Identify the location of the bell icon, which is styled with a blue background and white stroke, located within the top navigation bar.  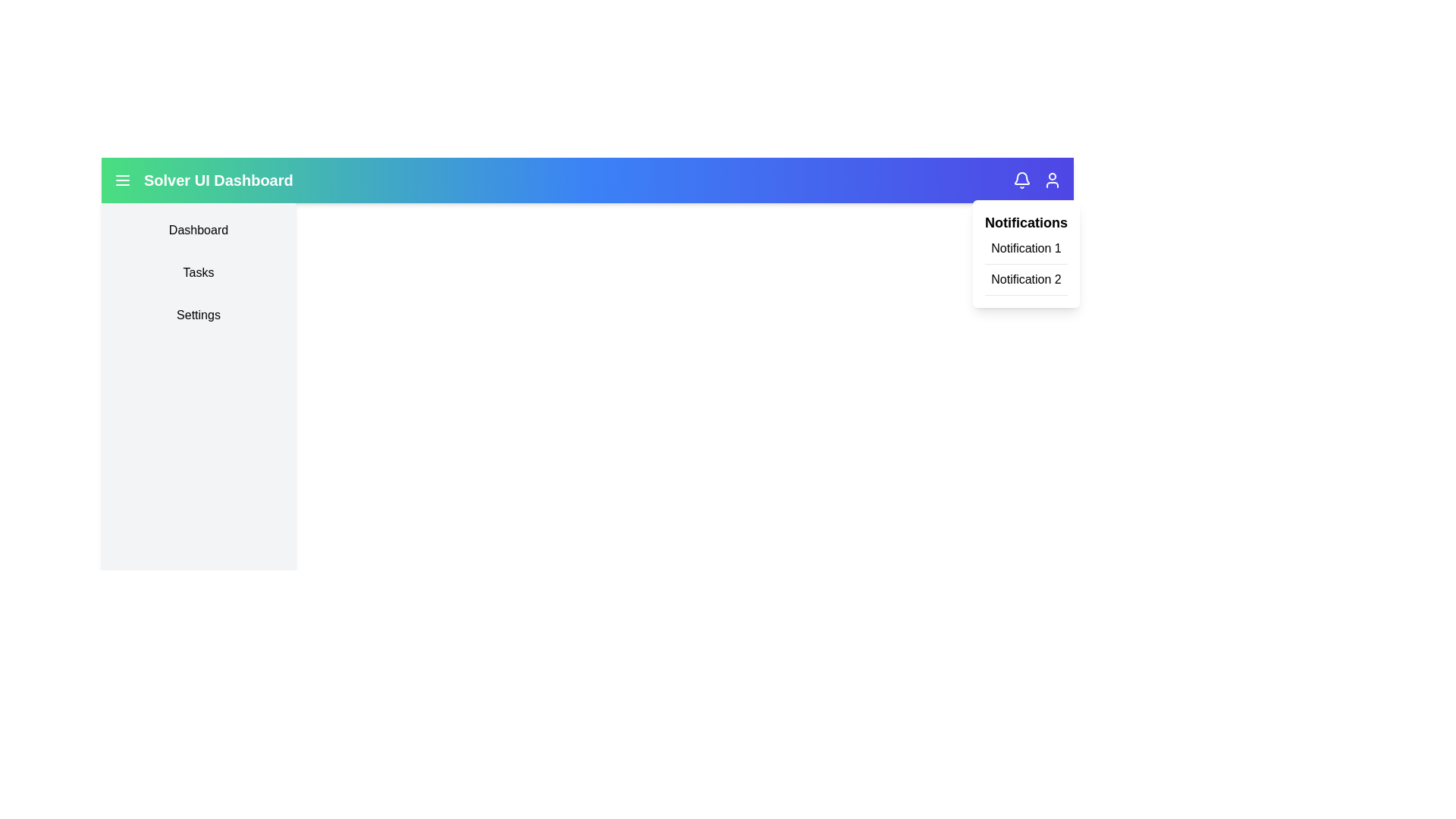
(1022, 180).